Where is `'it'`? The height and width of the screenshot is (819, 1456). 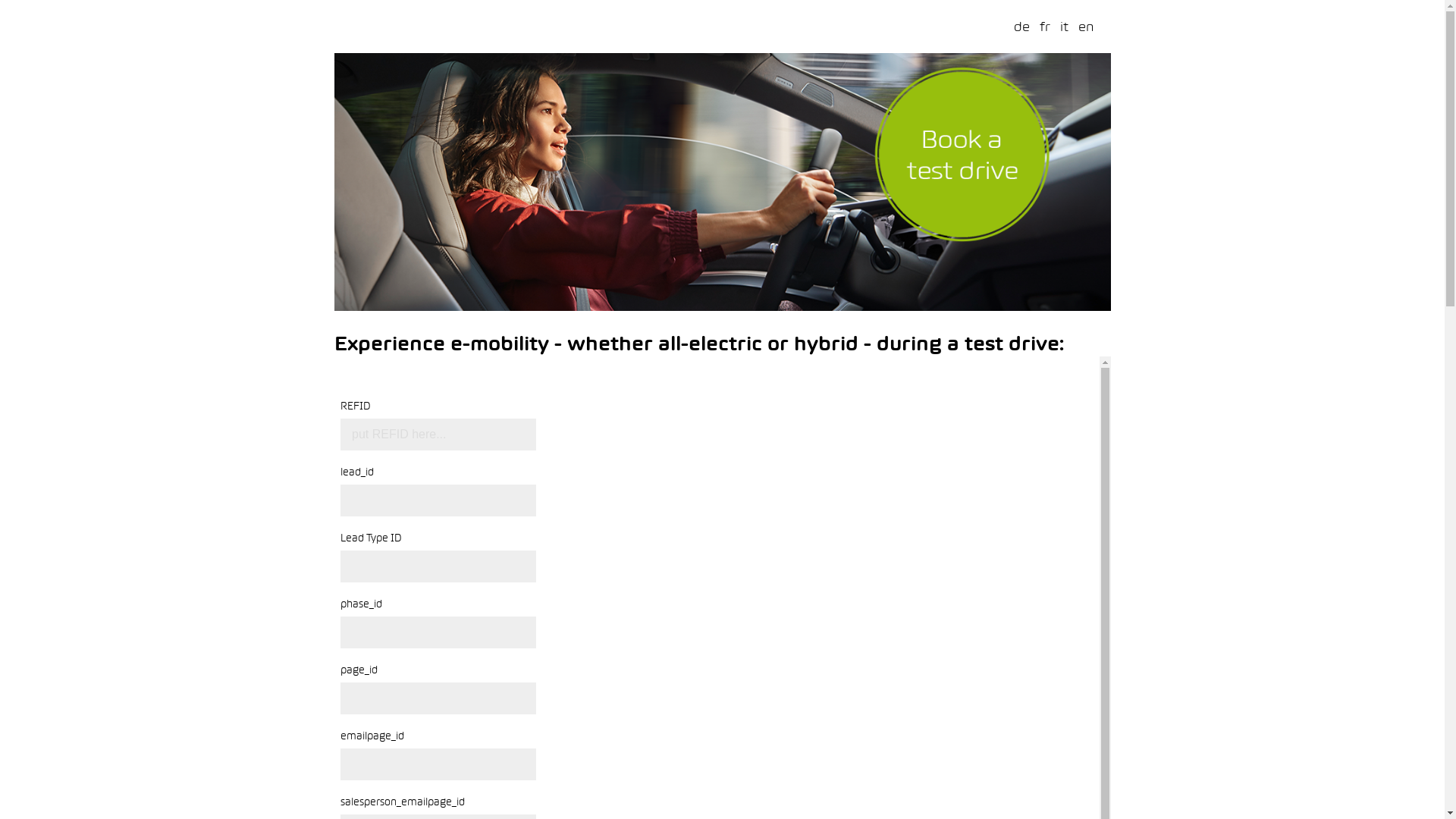 'it' is located at coordinates (1063, 26).